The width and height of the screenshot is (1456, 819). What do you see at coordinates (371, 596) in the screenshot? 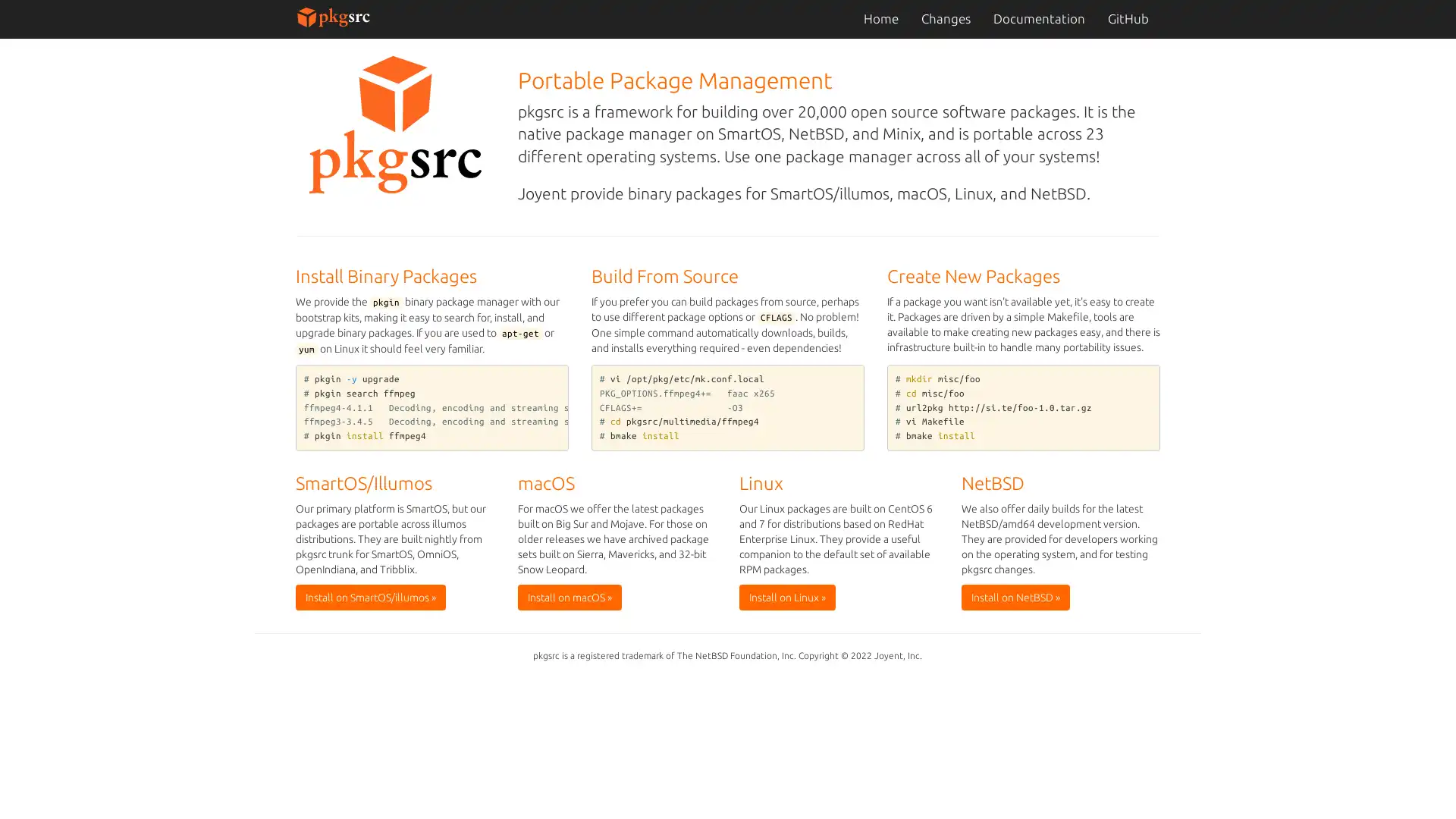
I see `Install on SmartOS/illumos` at bounding box center [371, 596].